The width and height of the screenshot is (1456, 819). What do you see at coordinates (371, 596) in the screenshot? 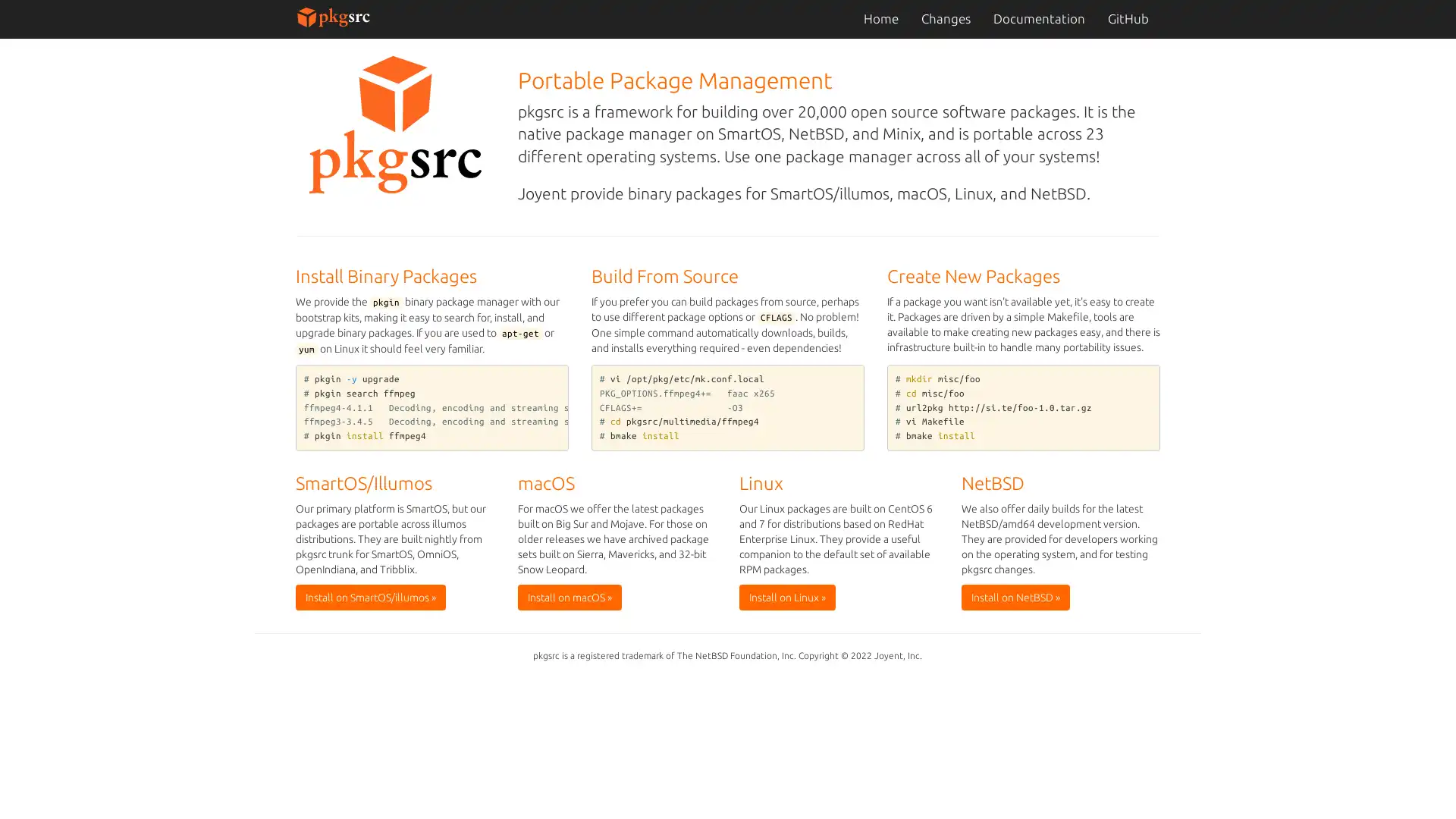
I see `Install on SmartOS/illumos` at bounding box center [371, 596].